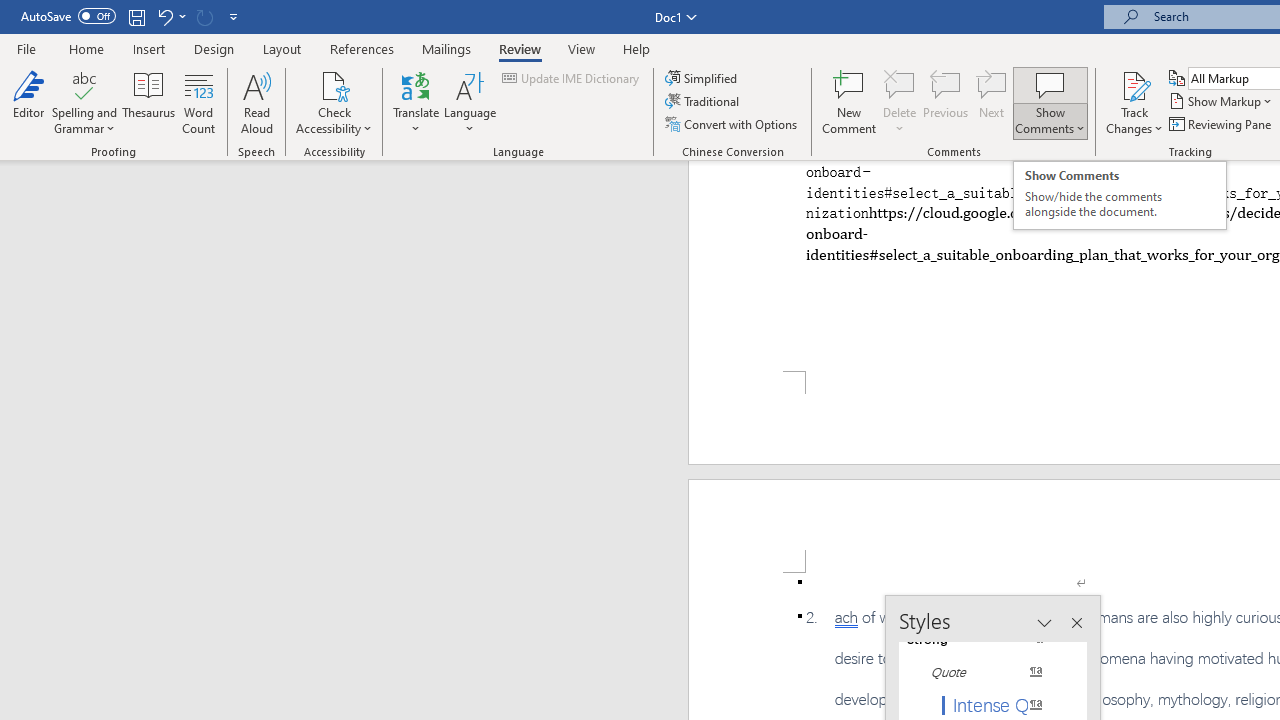 This screenshot has width=1280, height=720. I want to click on 'Show Markup', so click(1221, 101).